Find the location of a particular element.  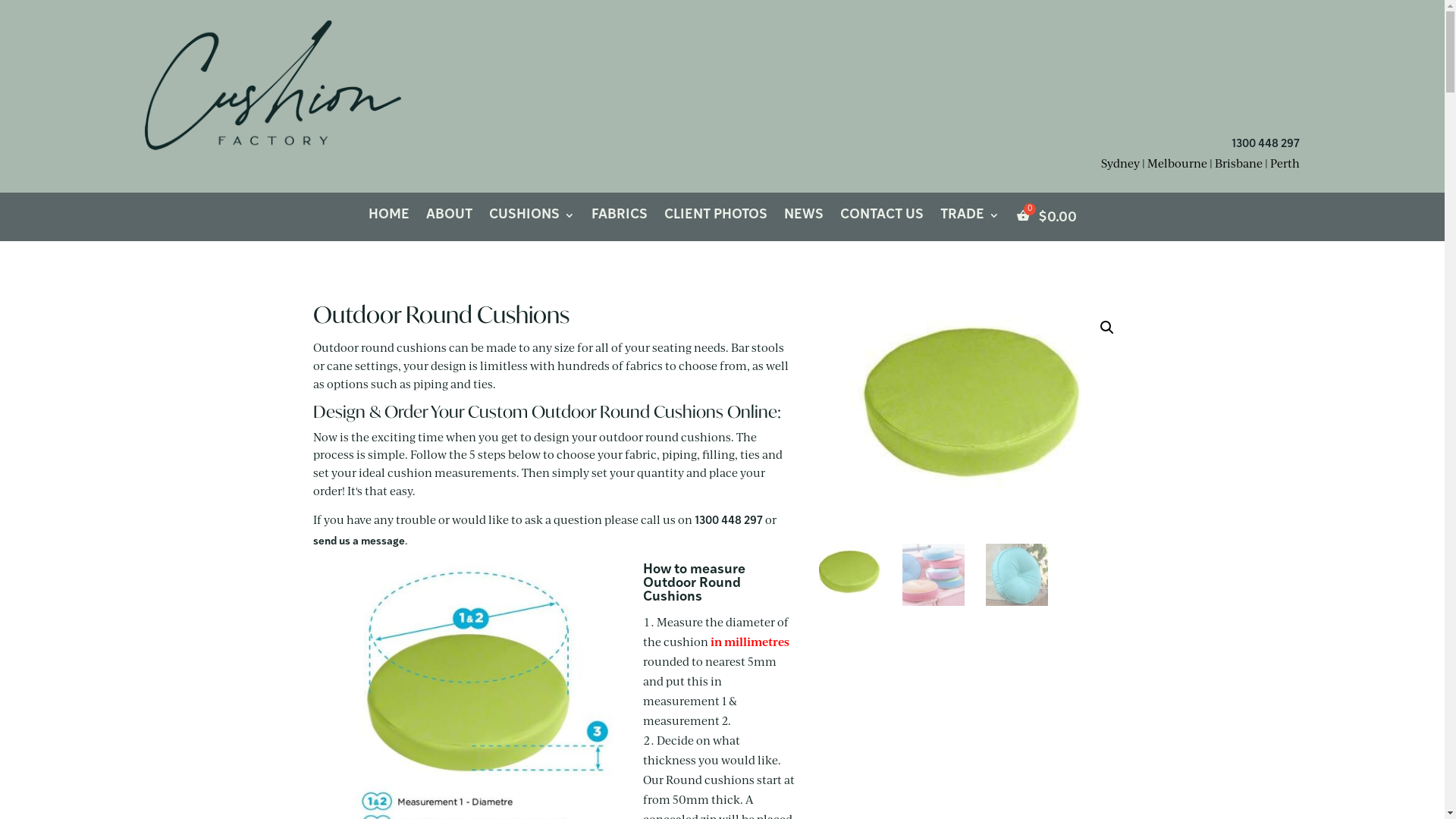

'TRADE' is located at coordinates (968, 219).